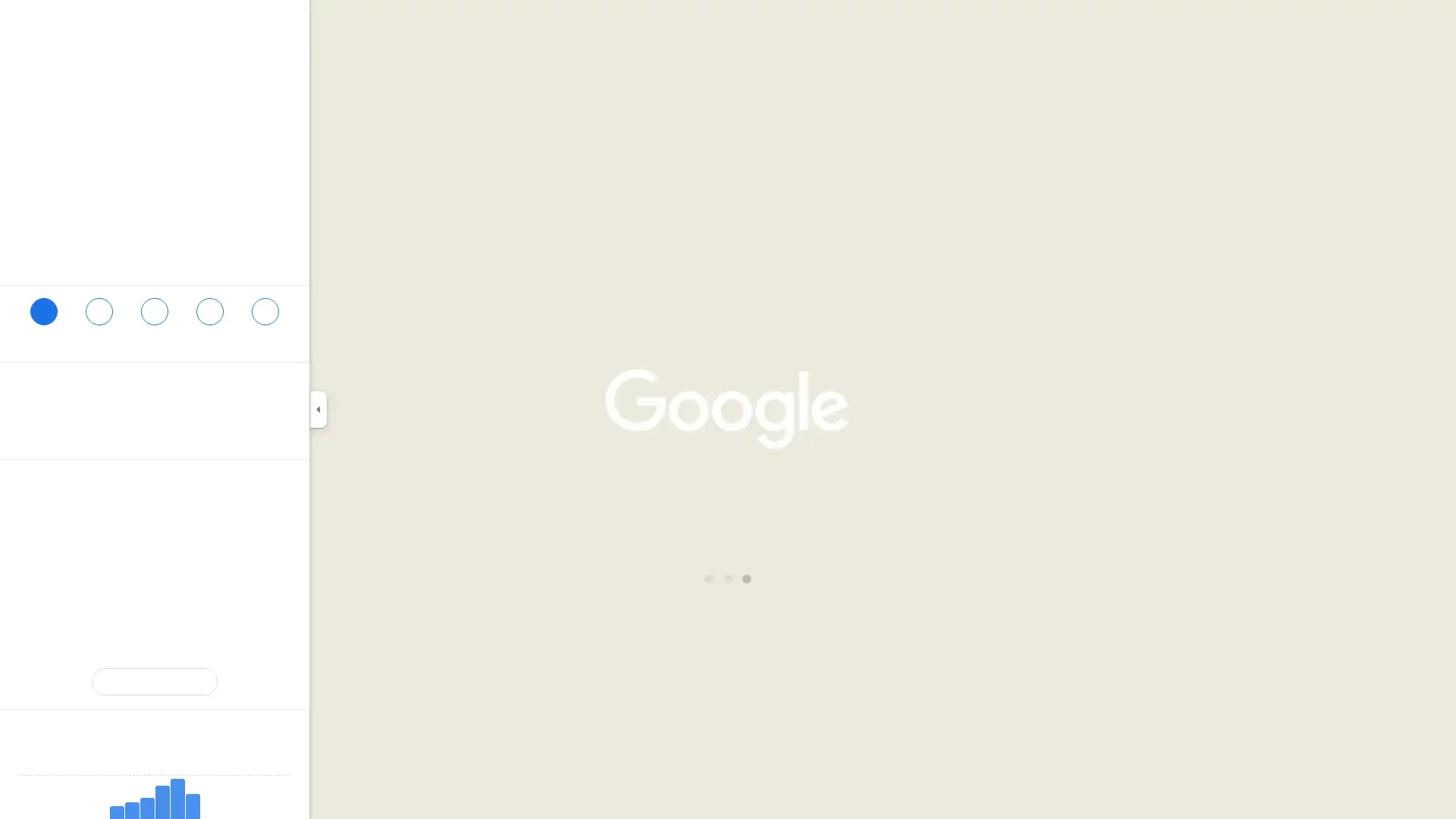 The image size is (1456, 819). Describe the element at coordinates (55, 249) in the screenshot. I see `4.6 stars` at that location.